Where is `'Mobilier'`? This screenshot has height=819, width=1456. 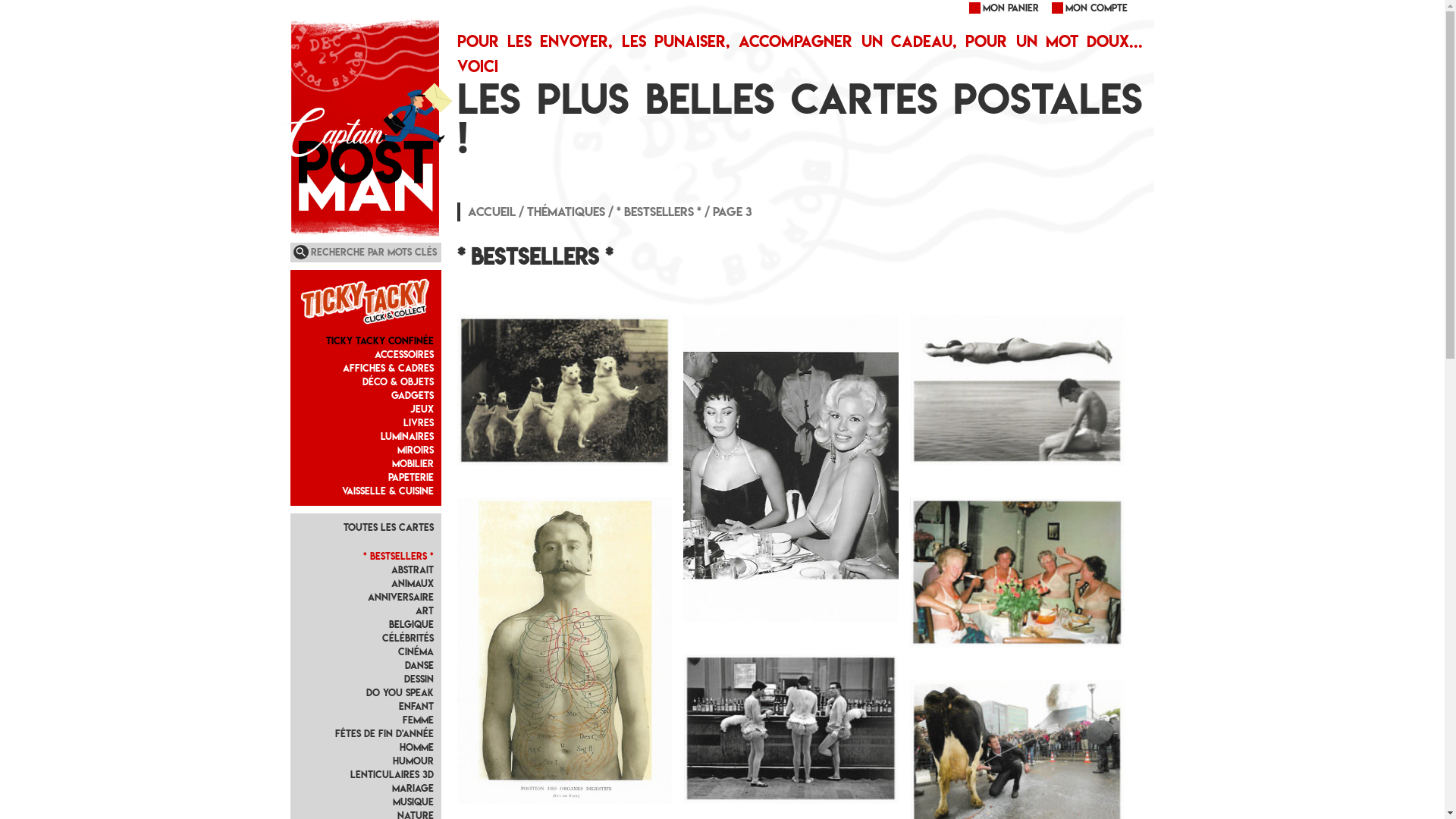 'Mobilier' is located at coordinates (392, 463).